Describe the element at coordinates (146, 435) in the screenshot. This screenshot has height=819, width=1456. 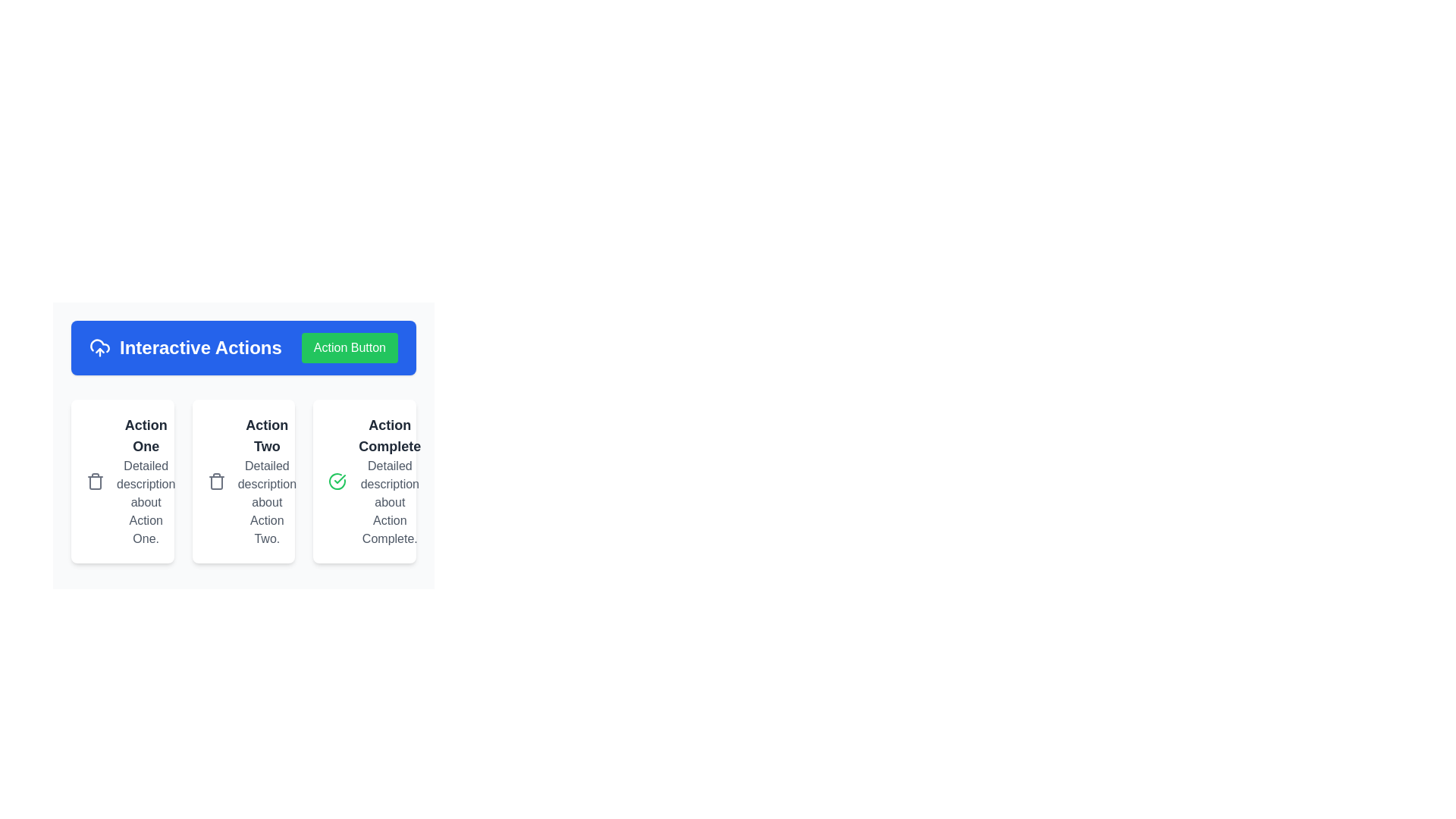
I see `the bold, large-sized text label displaying 'Action One' in dark gray, located at the top of the panel` at that location.